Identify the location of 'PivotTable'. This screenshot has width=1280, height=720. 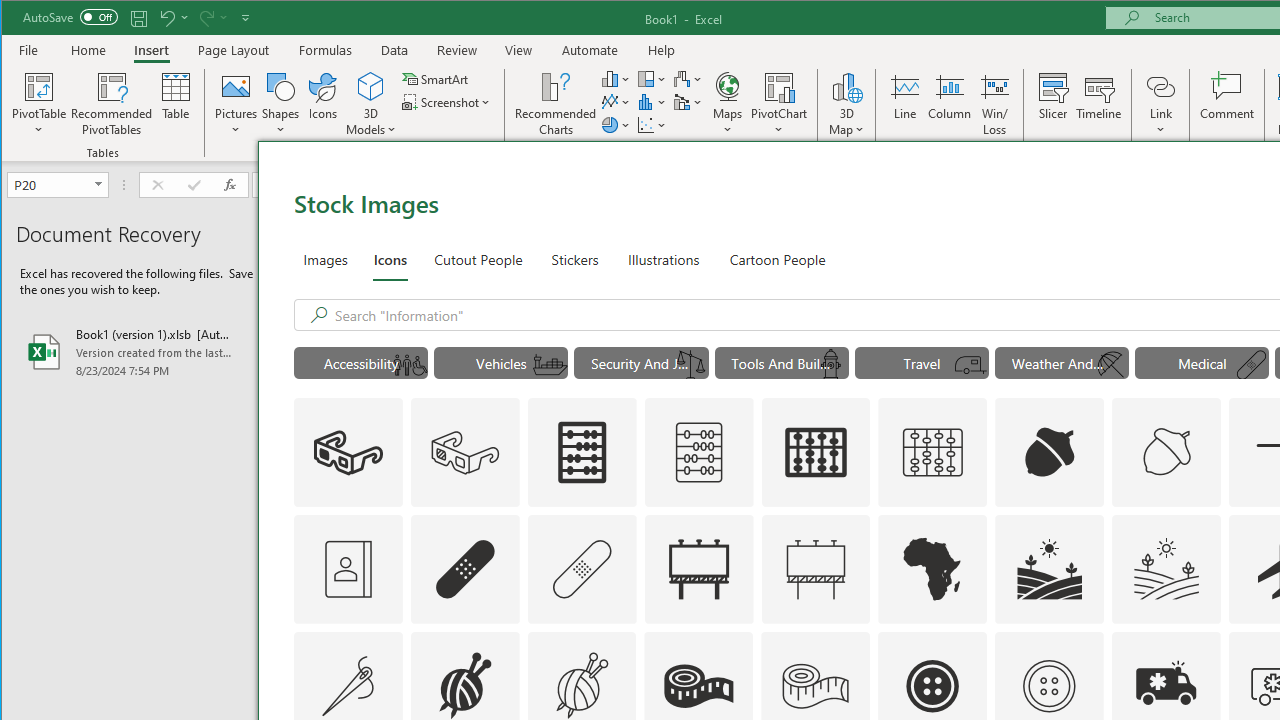
(39, 104).